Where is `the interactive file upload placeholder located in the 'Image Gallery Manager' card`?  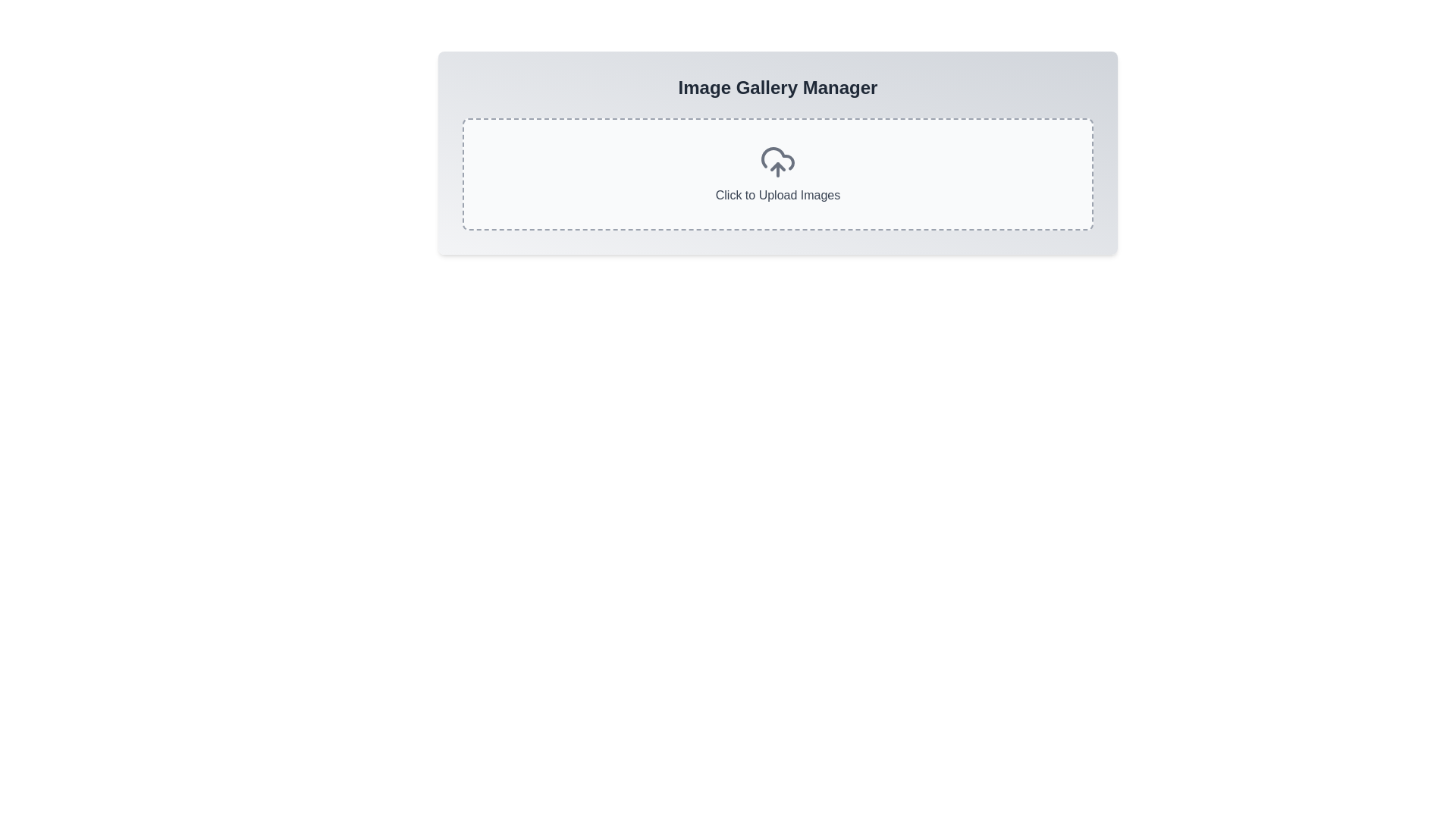 the interactive file upload placeholder located in the 'Image Gallery Manager' card is located at coordinates (778, 174).